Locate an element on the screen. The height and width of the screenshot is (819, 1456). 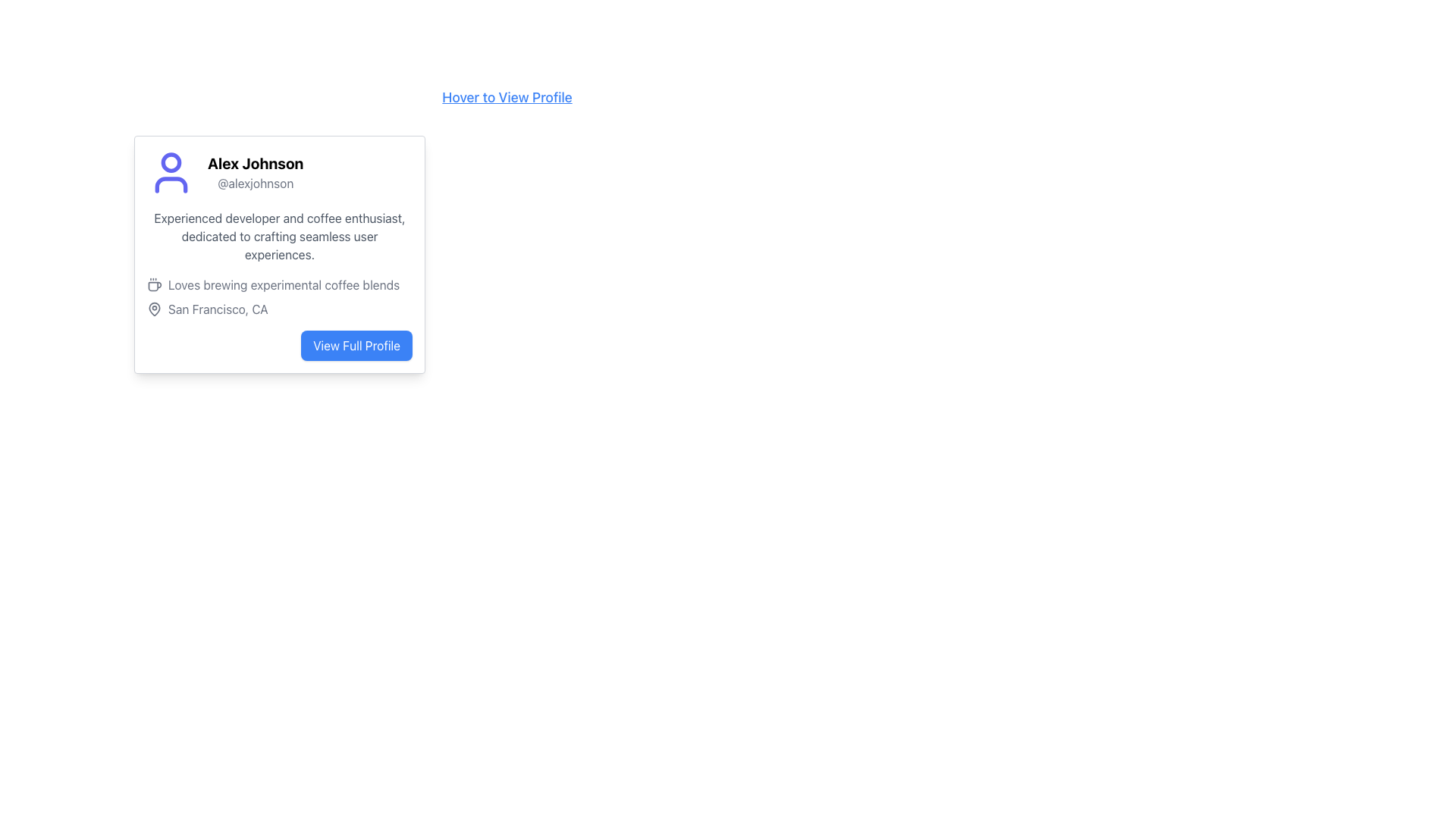
the third textual item in the content card that communicates an interest or personal characteristic, located below the biography segment and above the location line is located at coordinates (280, 284).